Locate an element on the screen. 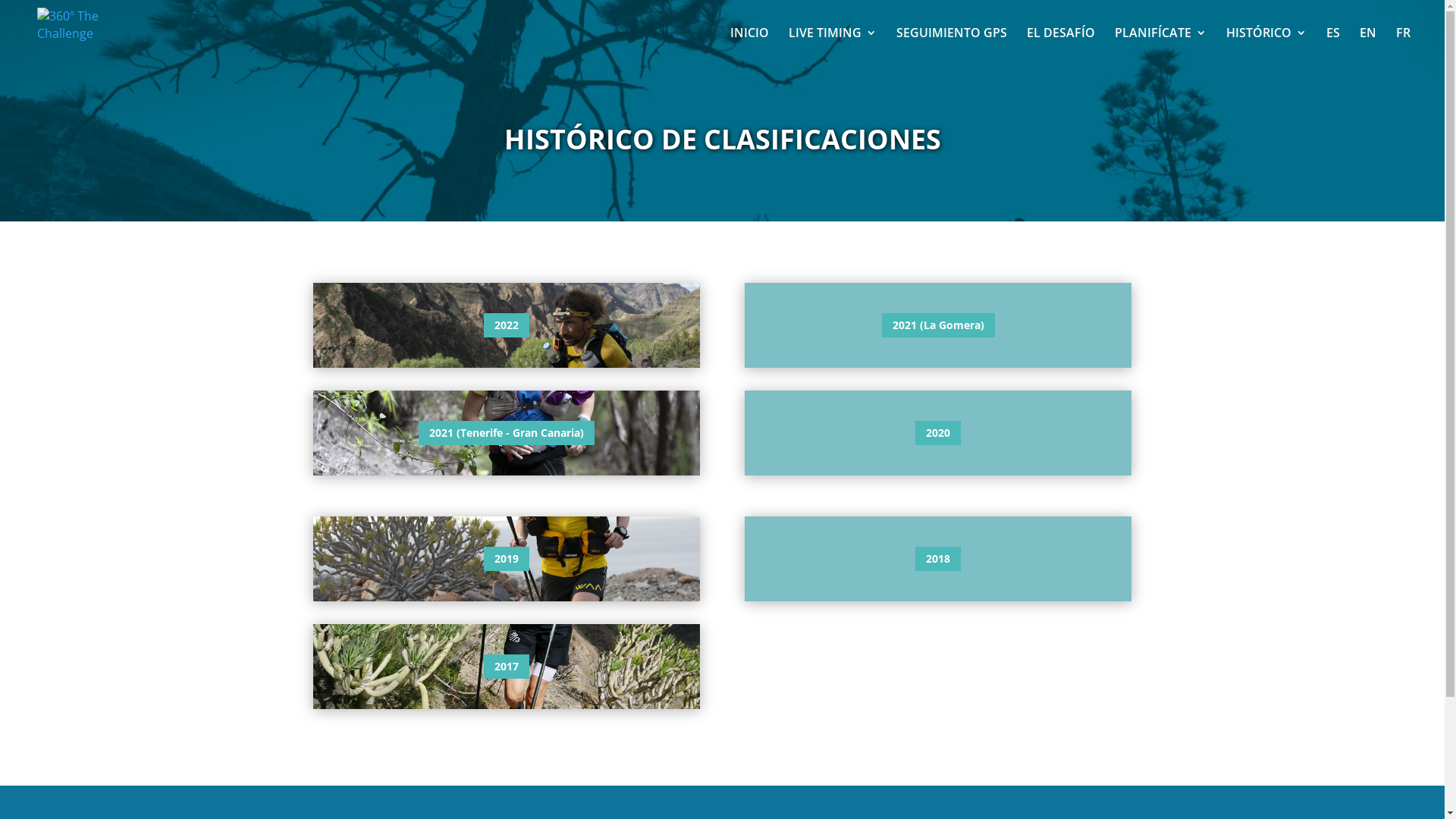  '2017' is located at coordinates (506, 666).